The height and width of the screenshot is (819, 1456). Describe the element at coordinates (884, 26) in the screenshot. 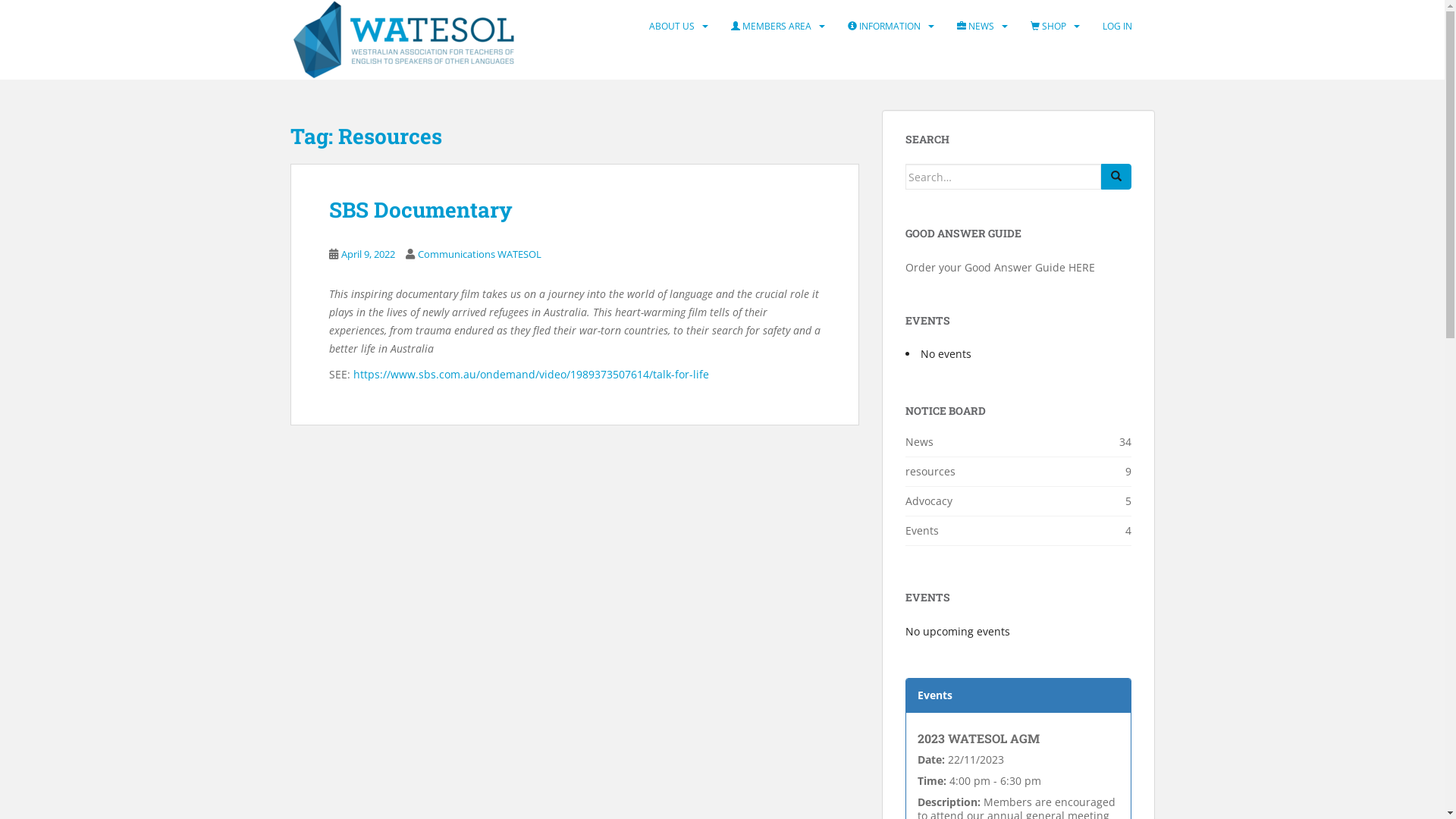

I see `'INFORMATION'` at that location.